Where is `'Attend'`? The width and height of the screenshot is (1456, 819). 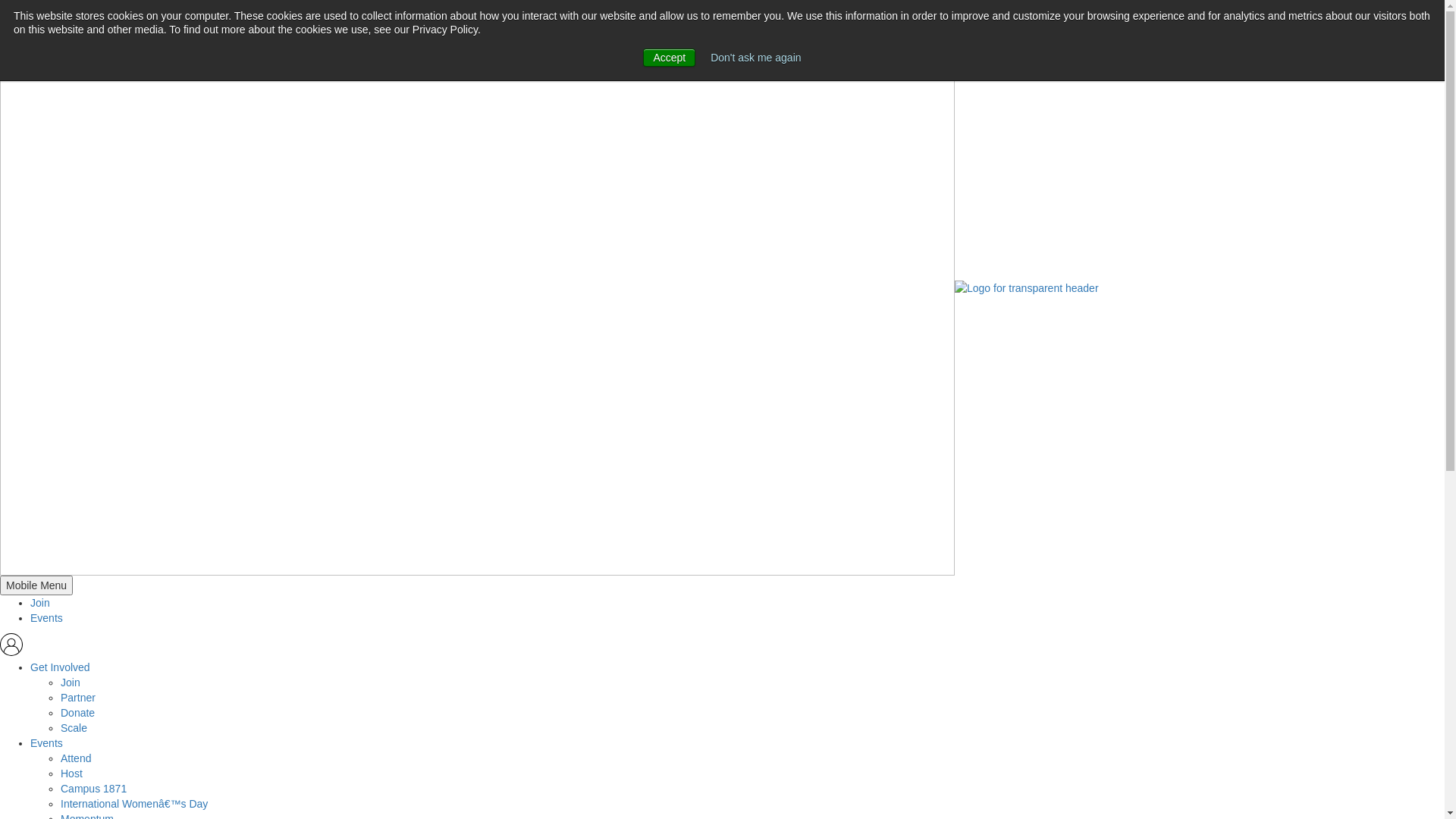
'Attend' is located at coordinates (75, 758).